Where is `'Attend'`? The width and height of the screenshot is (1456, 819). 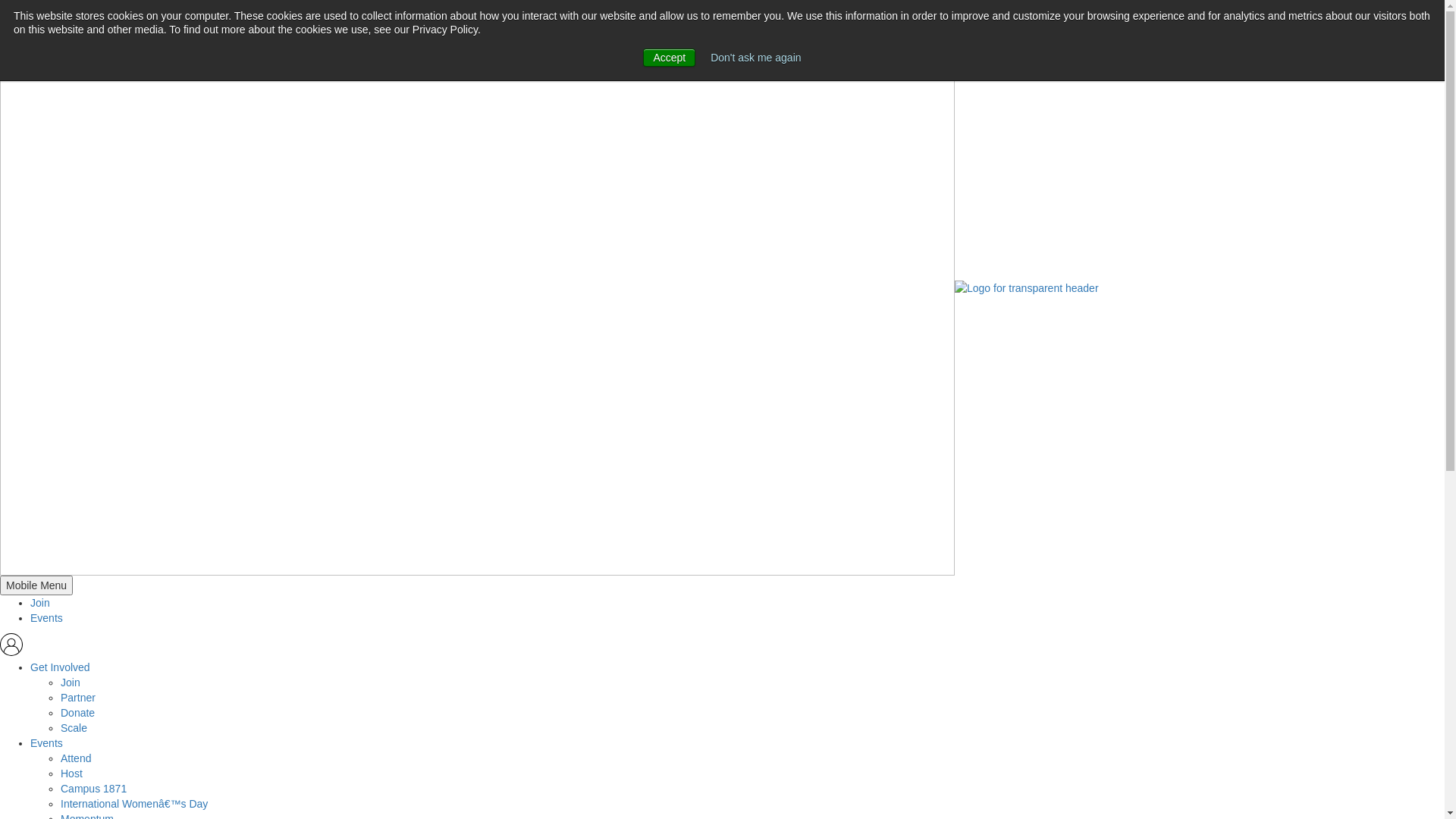
'Attend' is located at coordinates (75, 758).